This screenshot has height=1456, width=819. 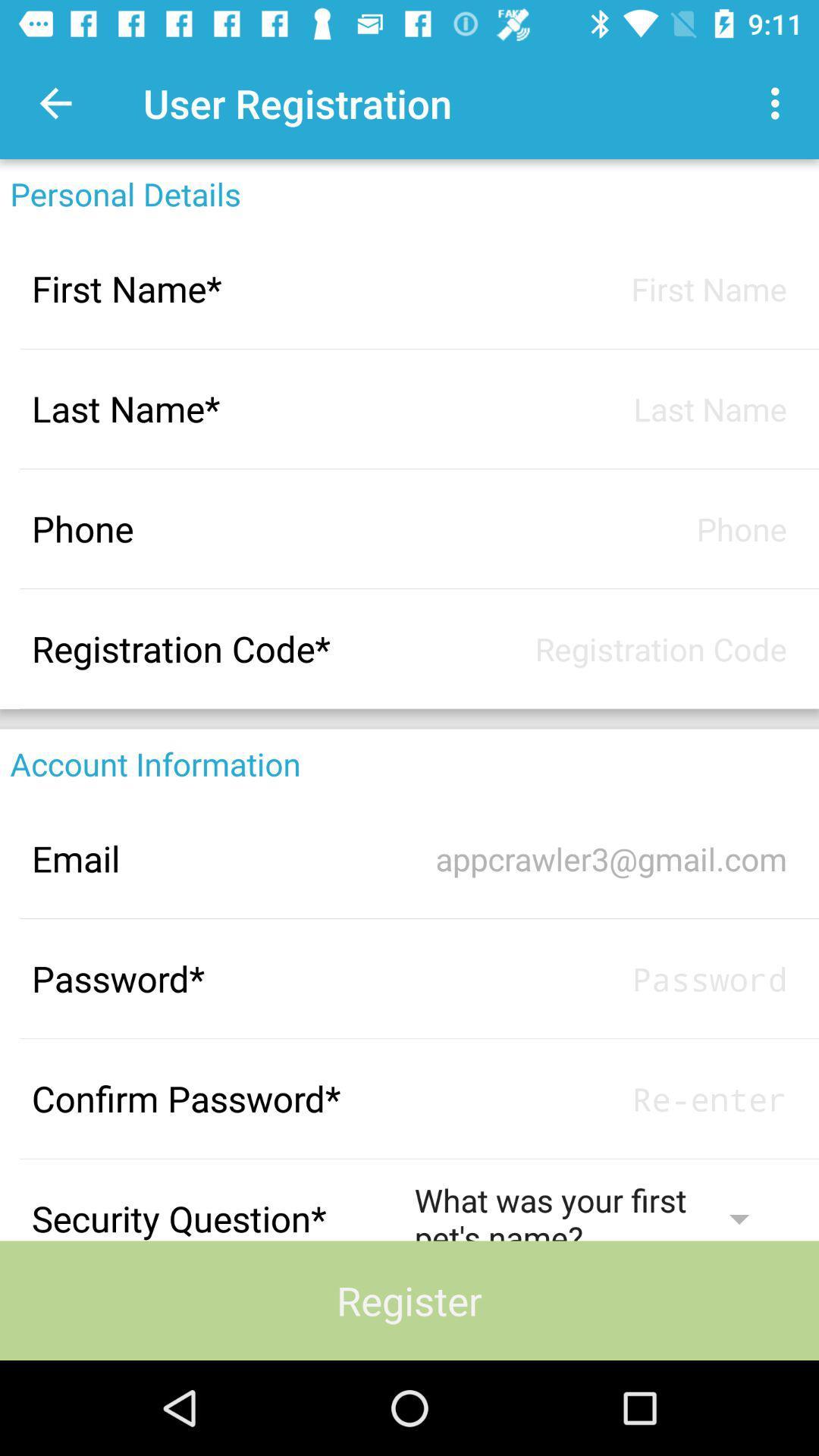 What do you see at coordinates (600, 1099) in the screenshot?
I see `shows password enter box` at bounding box center [600, 1099].